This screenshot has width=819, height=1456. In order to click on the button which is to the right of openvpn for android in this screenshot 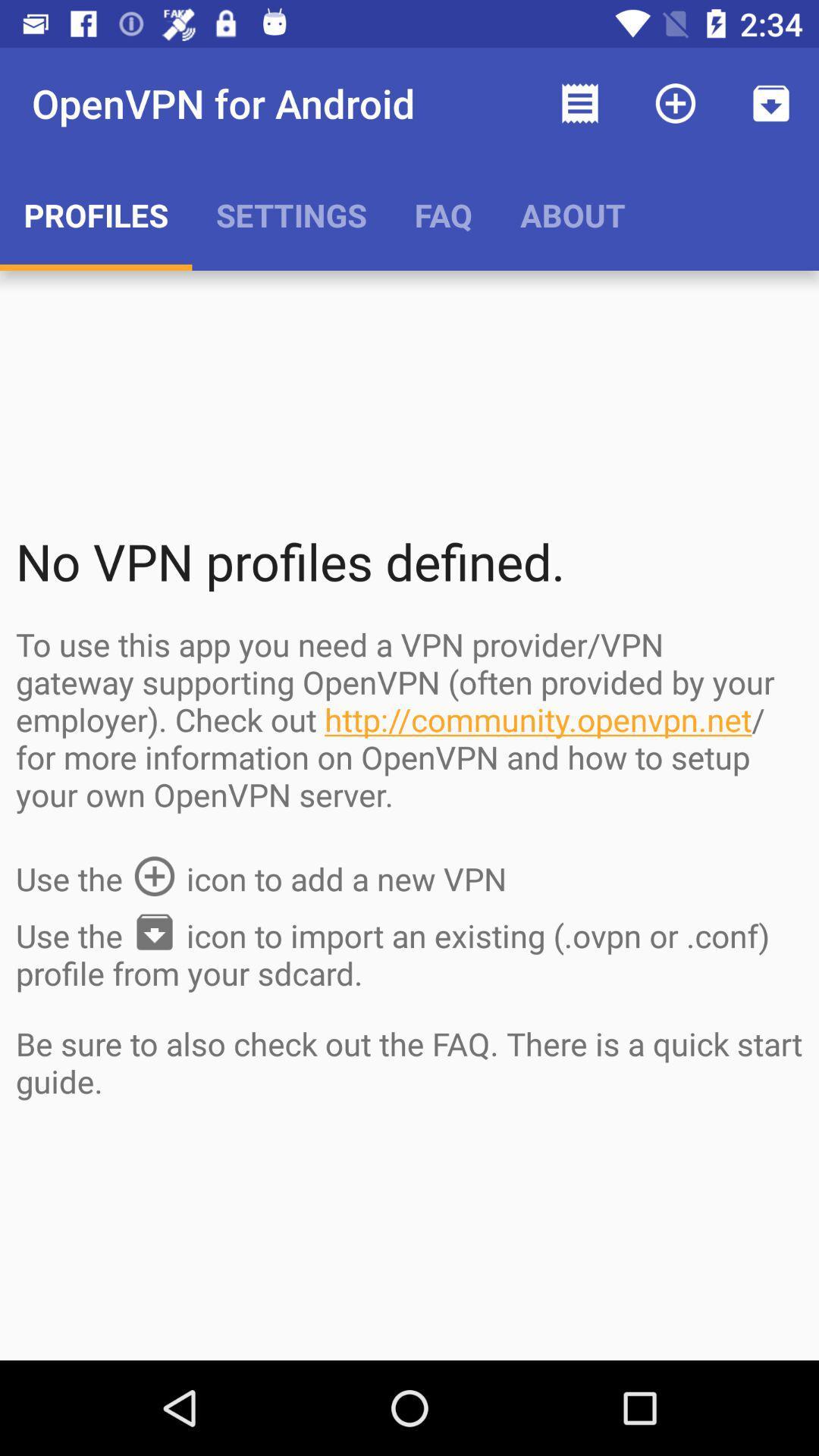, I will do `click(579, 103)`.